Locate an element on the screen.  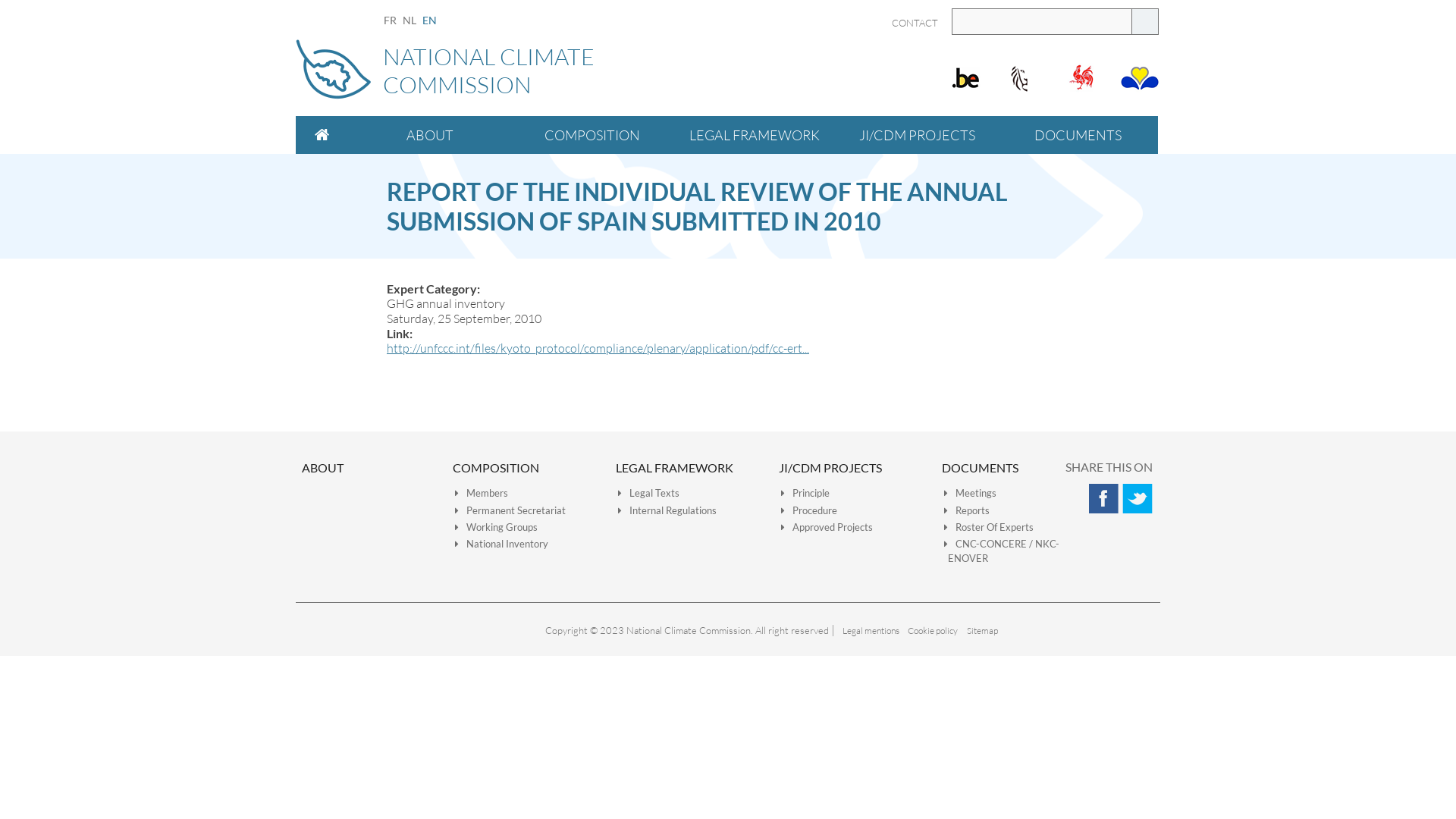
'CNC-CONCERE / NKC-ENOVER' is located at coordinates (1001, 551).